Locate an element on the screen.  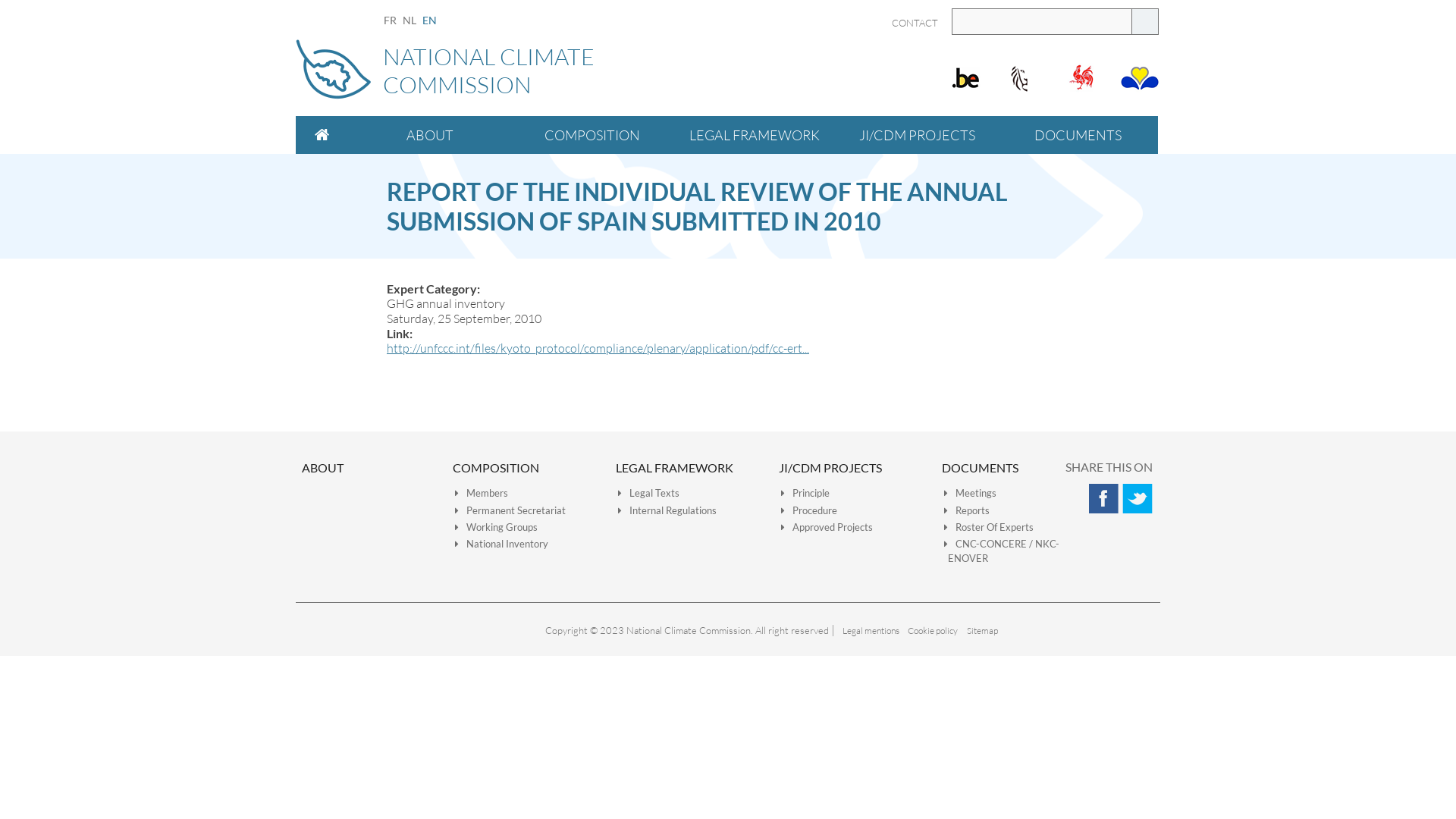
'CNC-CONCERE / NKC-ENOVER' is located at coordinates (1001, 551).